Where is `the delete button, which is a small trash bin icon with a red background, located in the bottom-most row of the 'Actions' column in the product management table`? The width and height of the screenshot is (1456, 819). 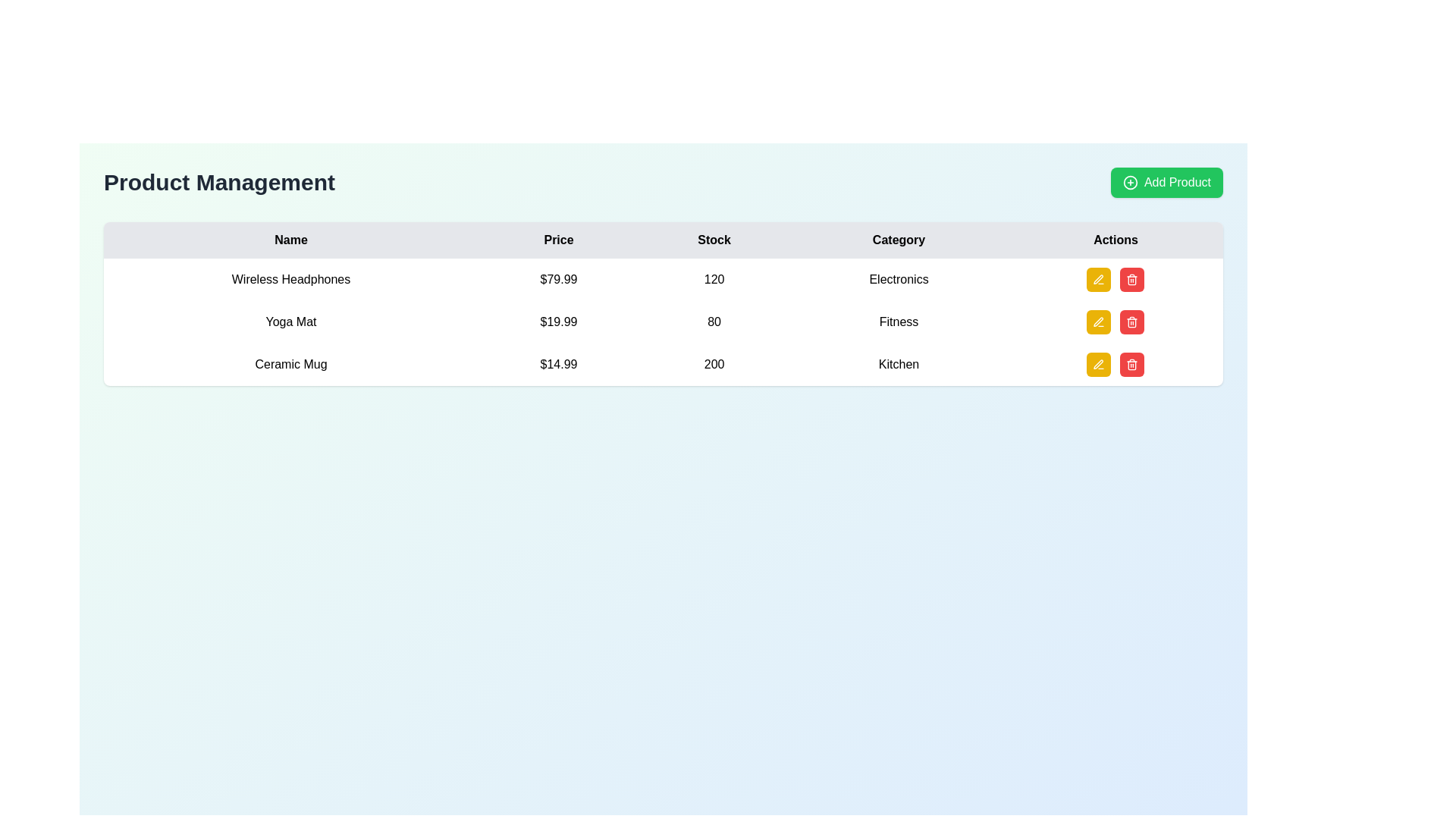 the delete button, which is a small trash bin icon with a red background, located in the bottom-most row of the 'Actions' column in the product management table is located at coordinates (1132, 321).